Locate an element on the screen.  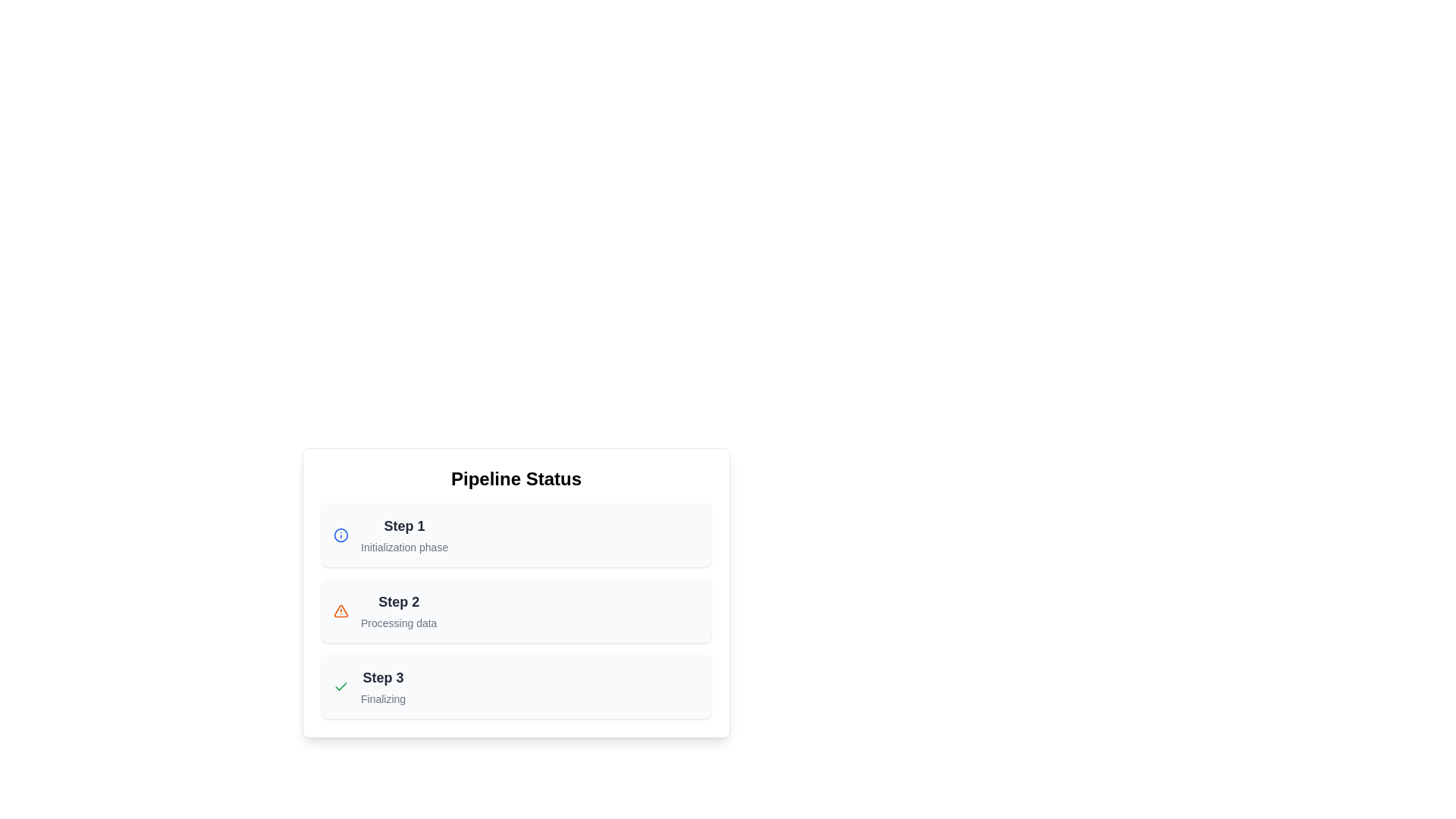
the green checkmark icon located within the white card that contains the text 'Step 3 Finalizing' is located at coordinates (340, 687).